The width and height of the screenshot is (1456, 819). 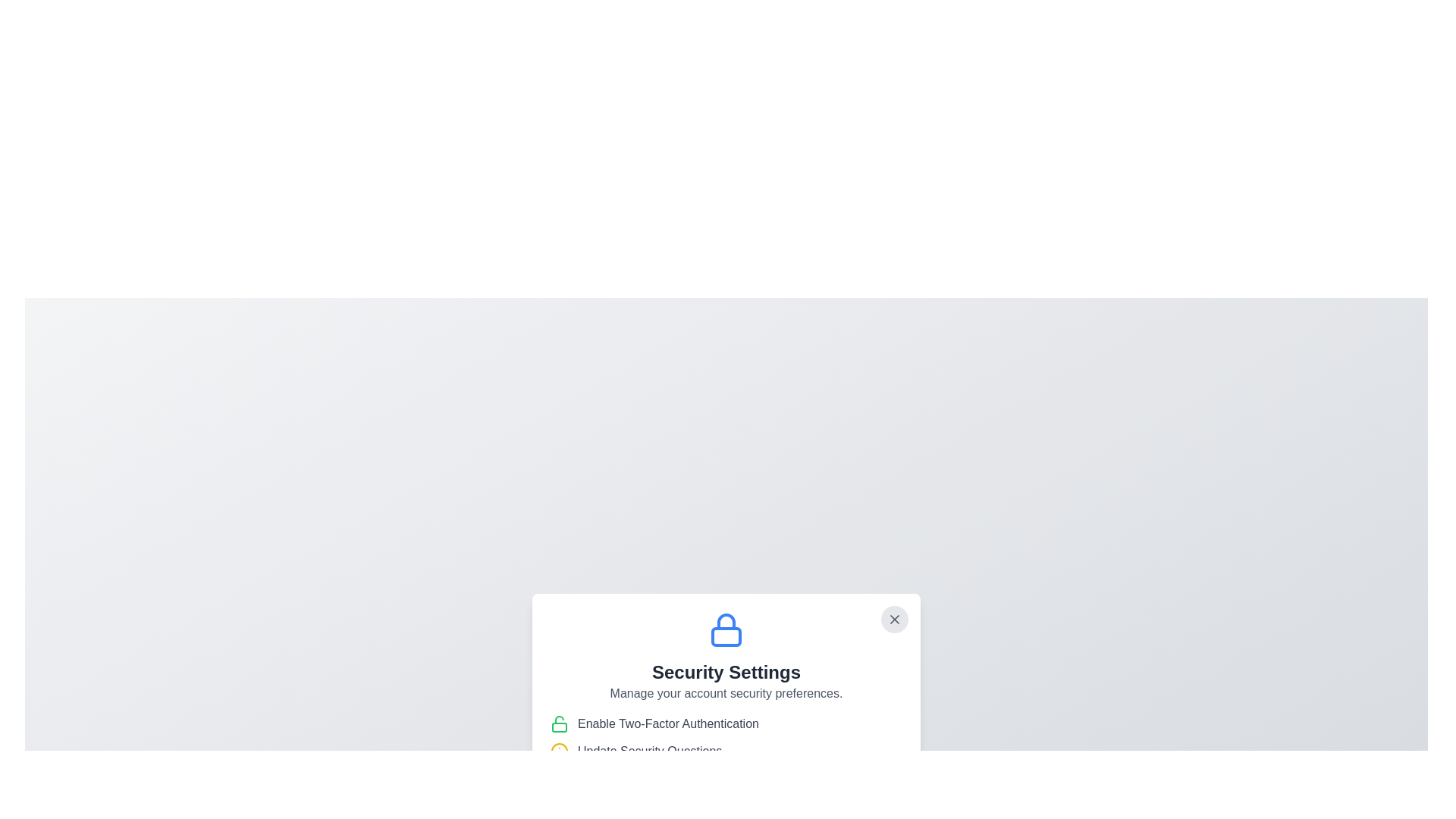 What do you see at coordinates (726, 723) in the screenshot?
I see `the label indicating the prompt for enabling two-factor authentication, which is the first option in the vertical list under 'Security Settings'` at bounding box center [726, 723].